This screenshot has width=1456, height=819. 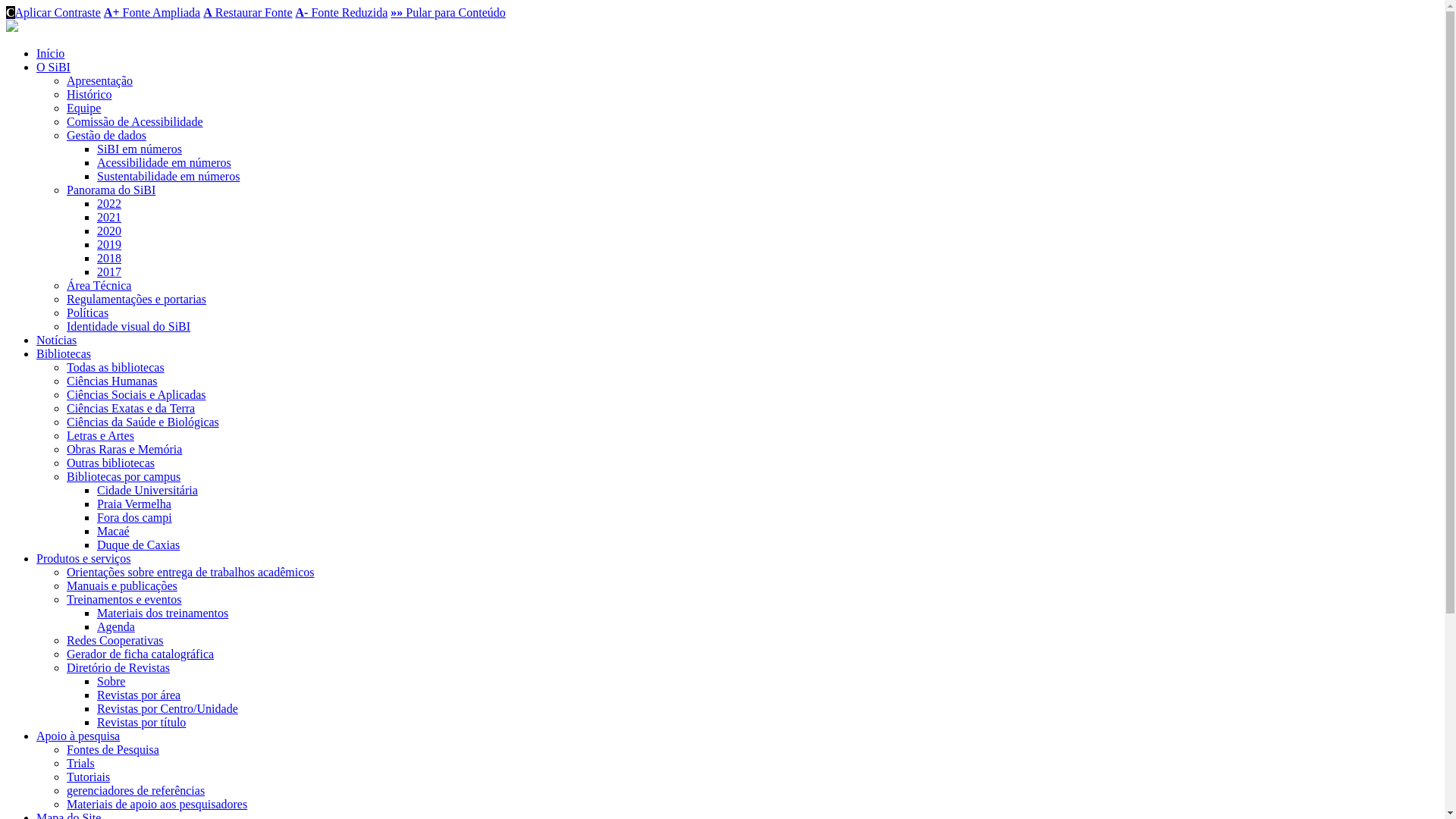 I want to click on 'Materiais de apoio aos pesquisadores', so click(x=156, y=803).